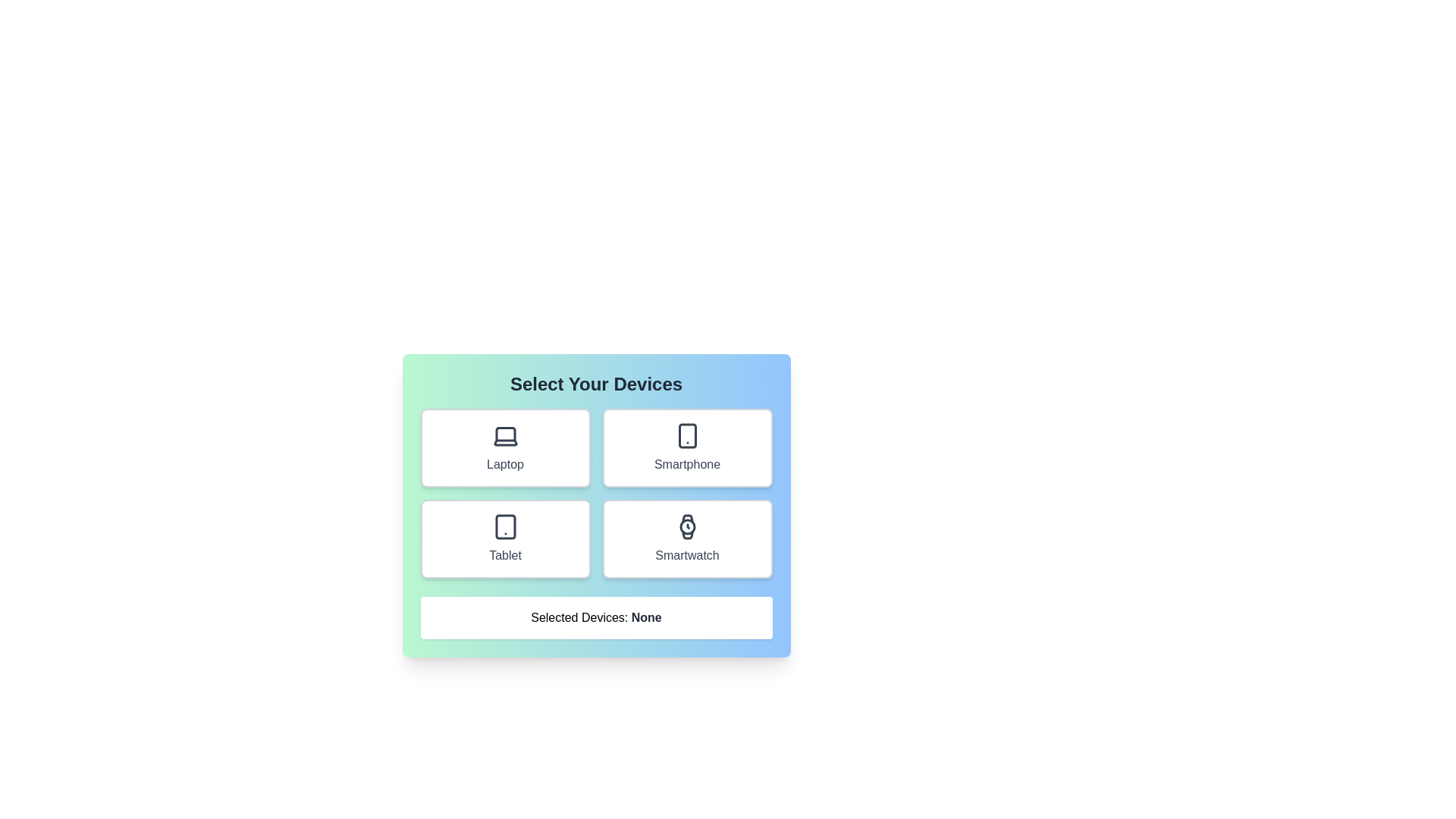 This screenshot has height=819, width=1456. Describe the element at coordinates (505, 538) in the screenshot. I see `the Tablet button to observe its hover effect` at that location.